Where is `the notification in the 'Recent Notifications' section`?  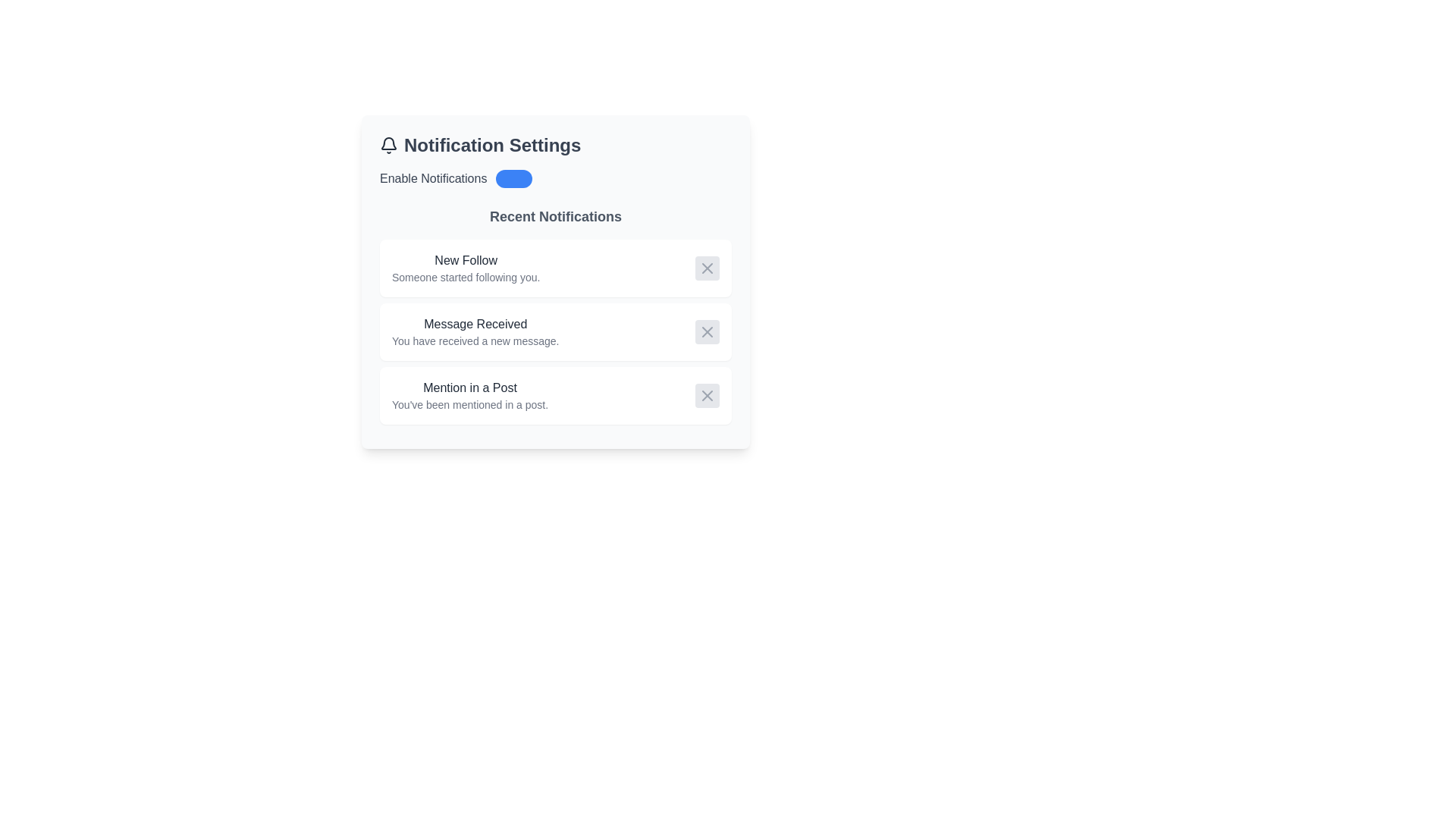 the notification in the 'Recent Notifications' section is located at coordinates (555, 315).